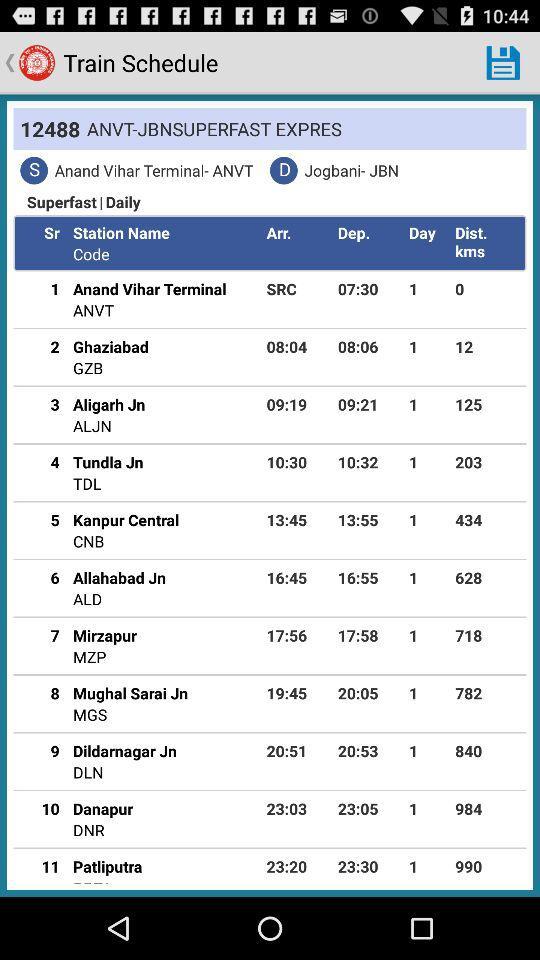  I want to click on the 11 icon, so click(43, 865).